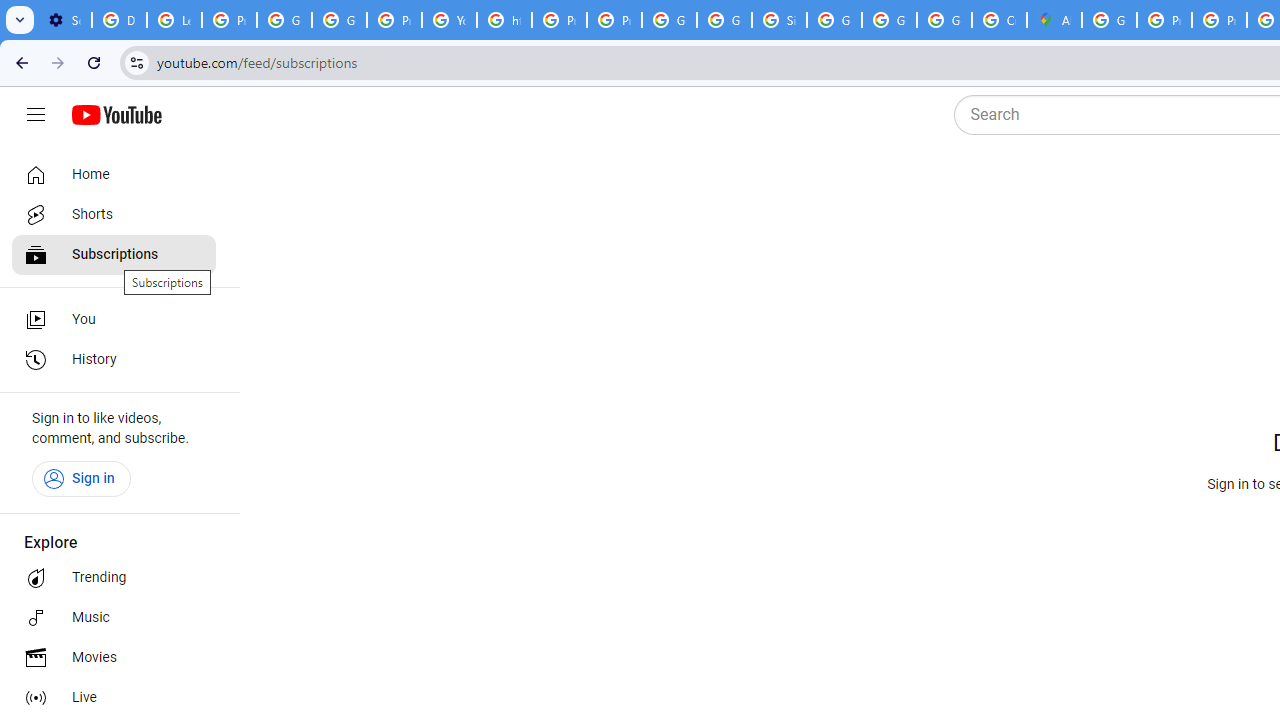 Image resolution: width=1280 pixels, height=720 pixels. I want to click on 'YouTube', so click(448, 20).